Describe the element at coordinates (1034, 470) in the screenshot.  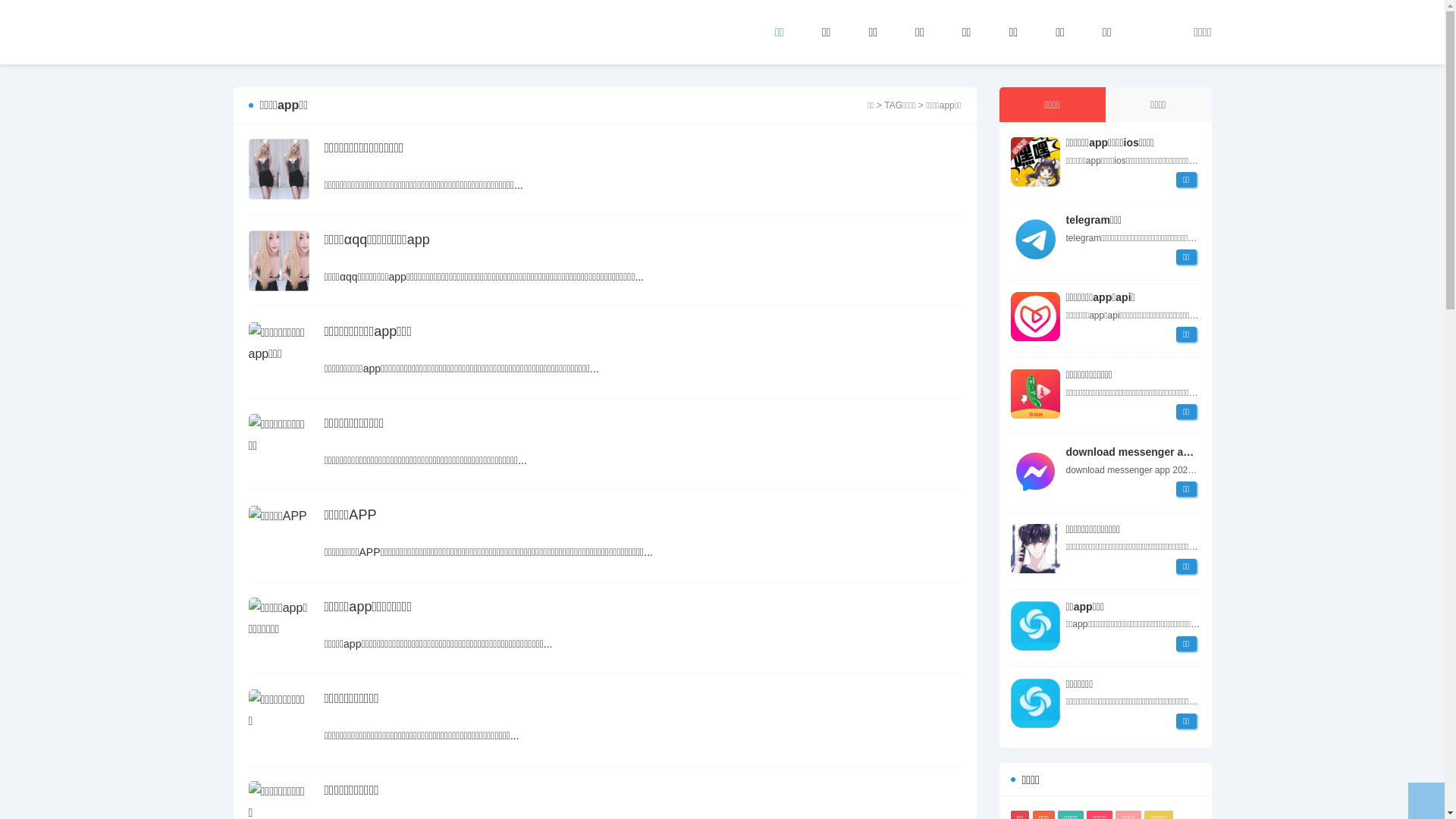
I see `'download messenger app 2020'` at that location.